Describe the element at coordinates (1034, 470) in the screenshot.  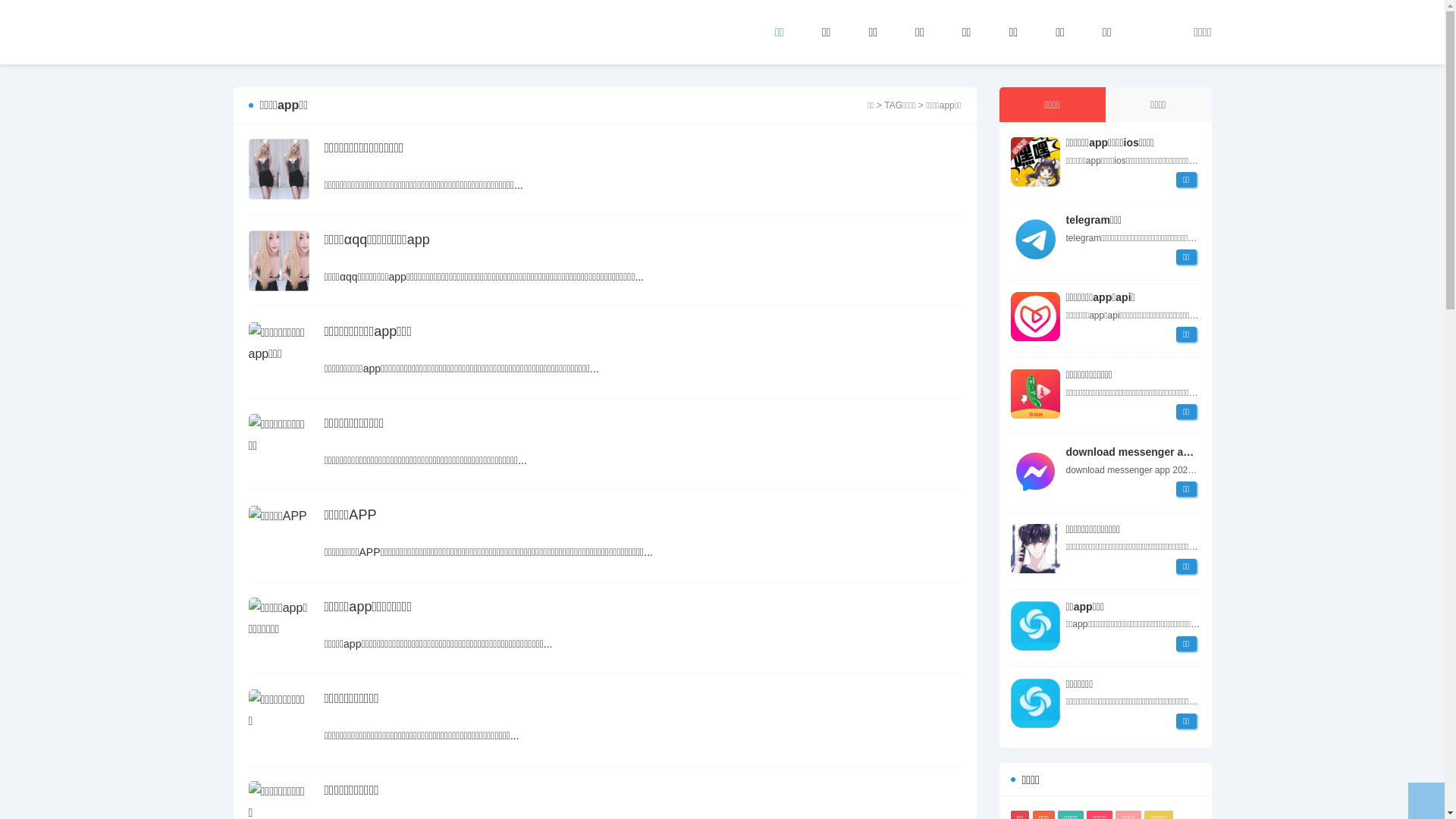
I see `'download messenger app 2020'` at that location.